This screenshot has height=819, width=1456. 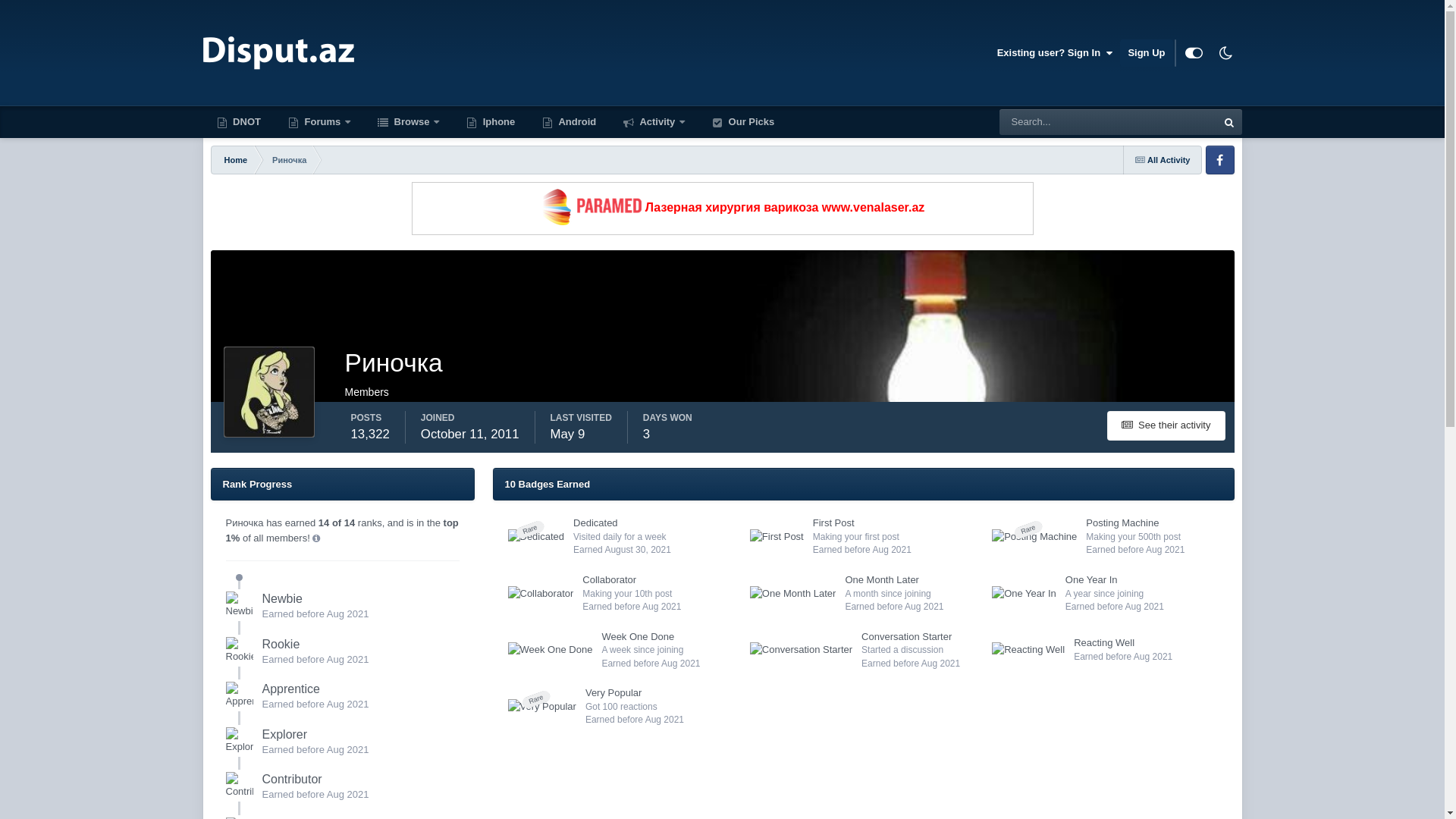 What do you see at coordinates (234, 160) in the screenshot?
I see `'Home'` at bounding box center [234, 160].